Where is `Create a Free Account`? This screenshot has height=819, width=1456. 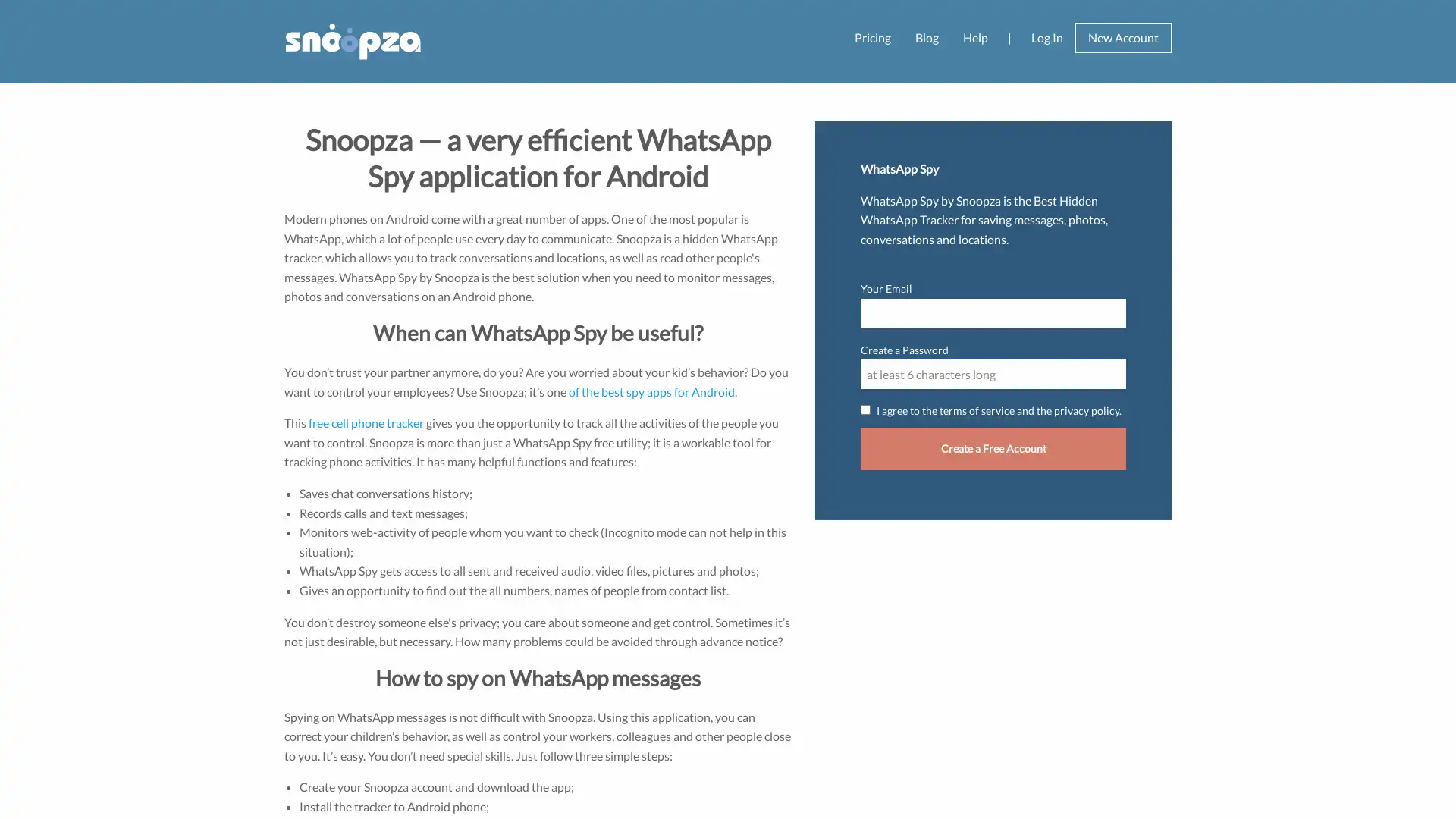 Create a Free Account is located at coordinates (993, 447).